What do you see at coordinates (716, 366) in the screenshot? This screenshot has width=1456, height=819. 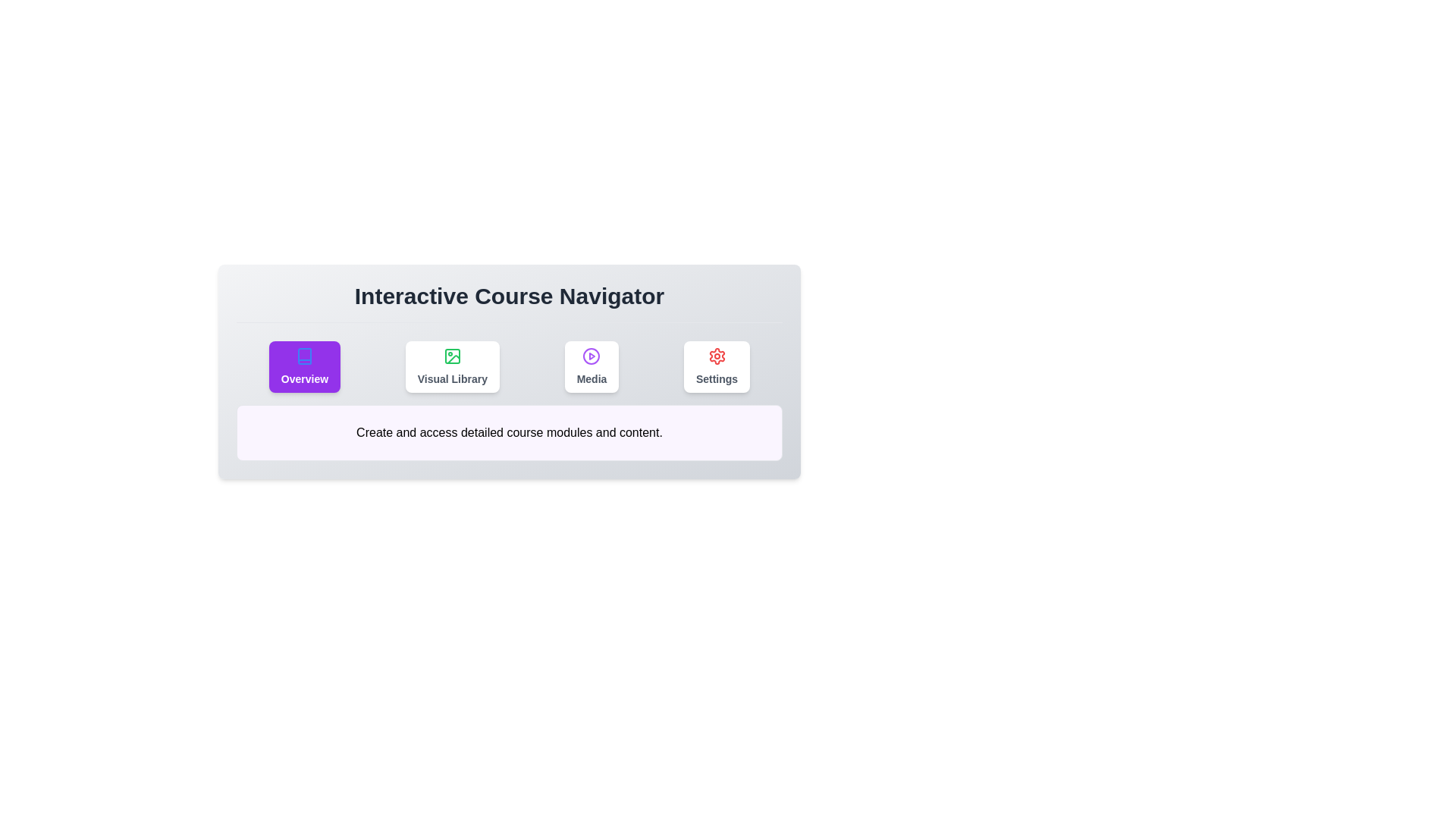 I see `the tab labeled Settings` at bounding box center [716, 366].